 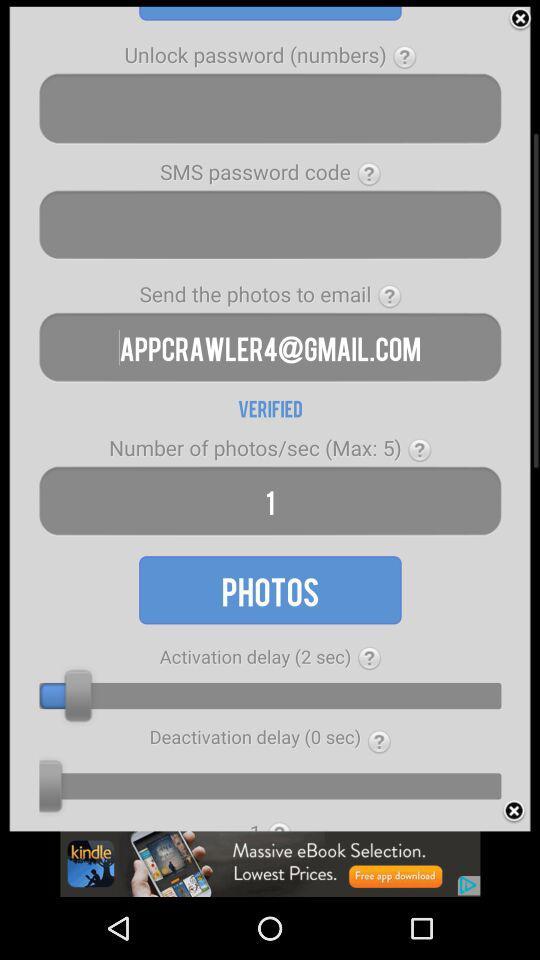 I want to click on the help icon, so click(x=368, y=186).